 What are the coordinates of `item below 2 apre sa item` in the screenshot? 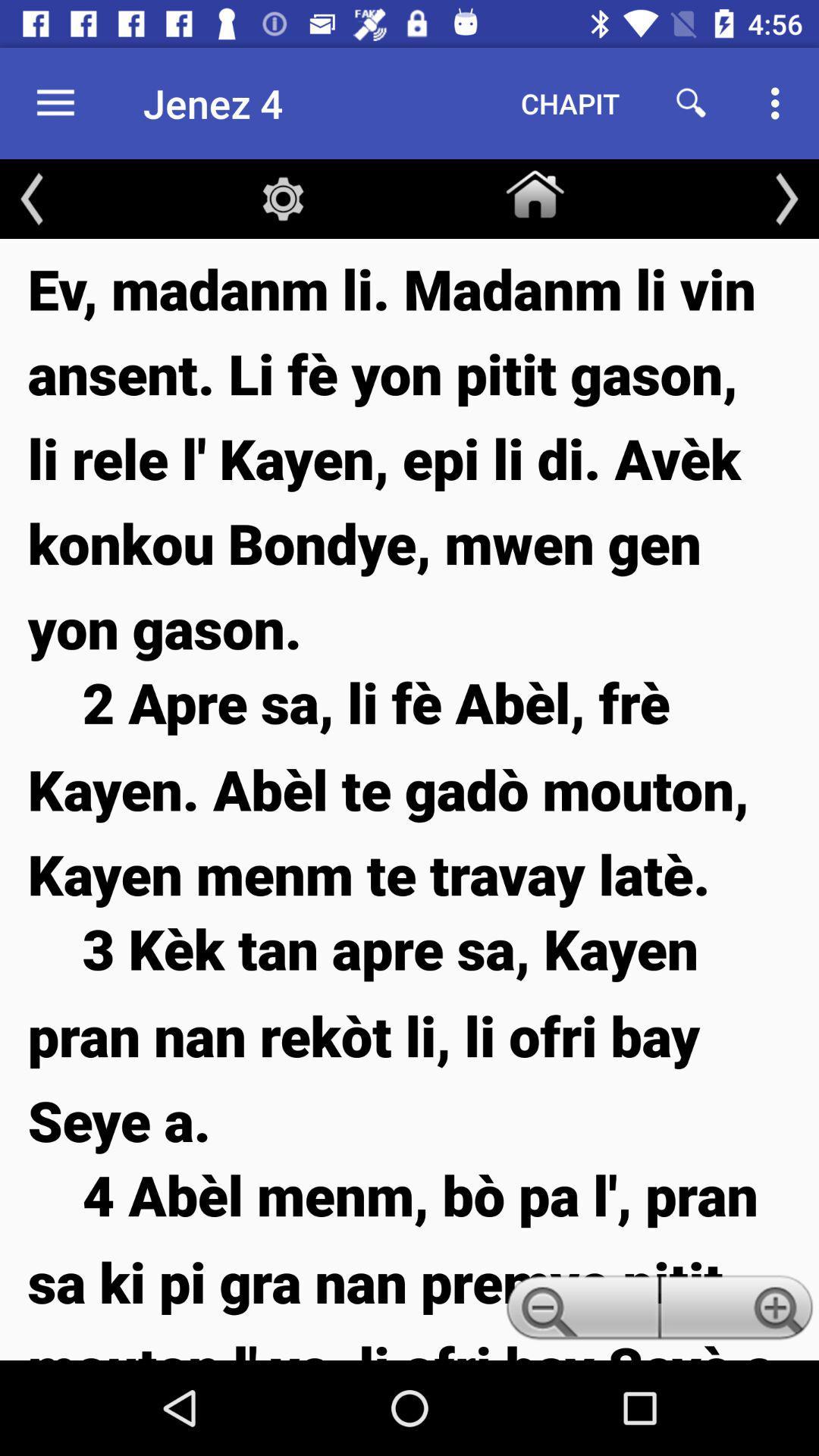 It's located at (409, 1033).